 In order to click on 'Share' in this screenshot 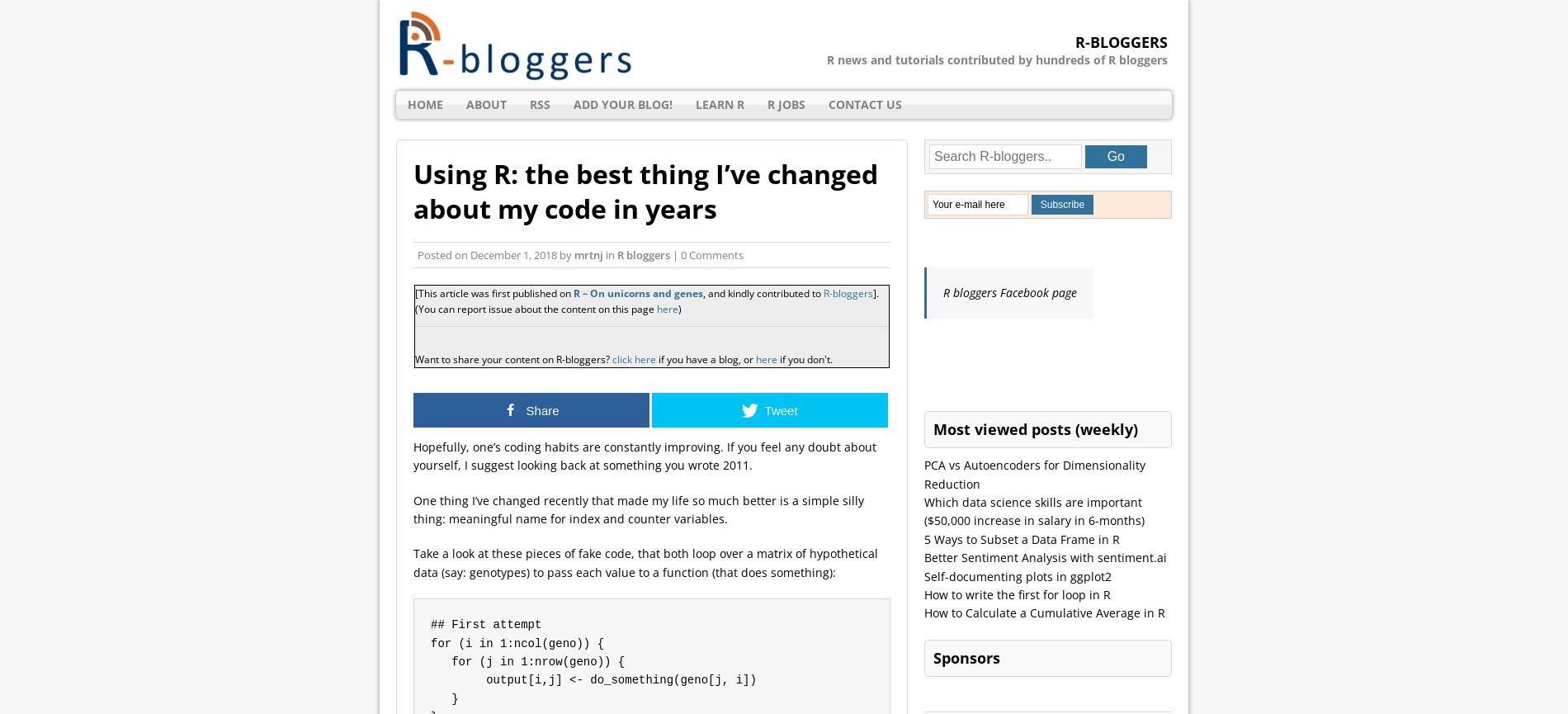, I will do `click(542, 409)`.